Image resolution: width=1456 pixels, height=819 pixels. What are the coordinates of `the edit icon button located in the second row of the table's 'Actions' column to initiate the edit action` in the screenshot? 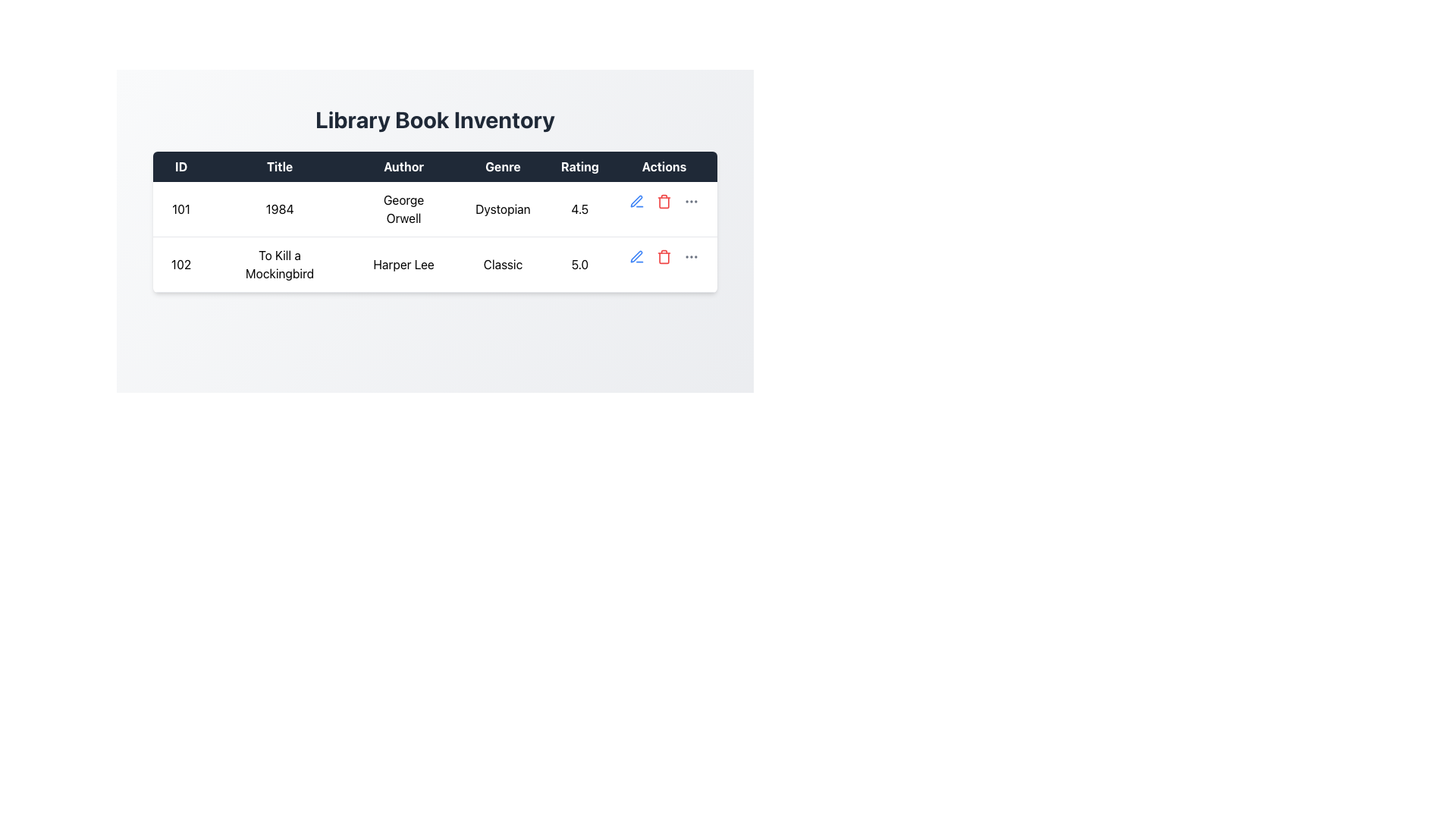 It's located at (637, 256).